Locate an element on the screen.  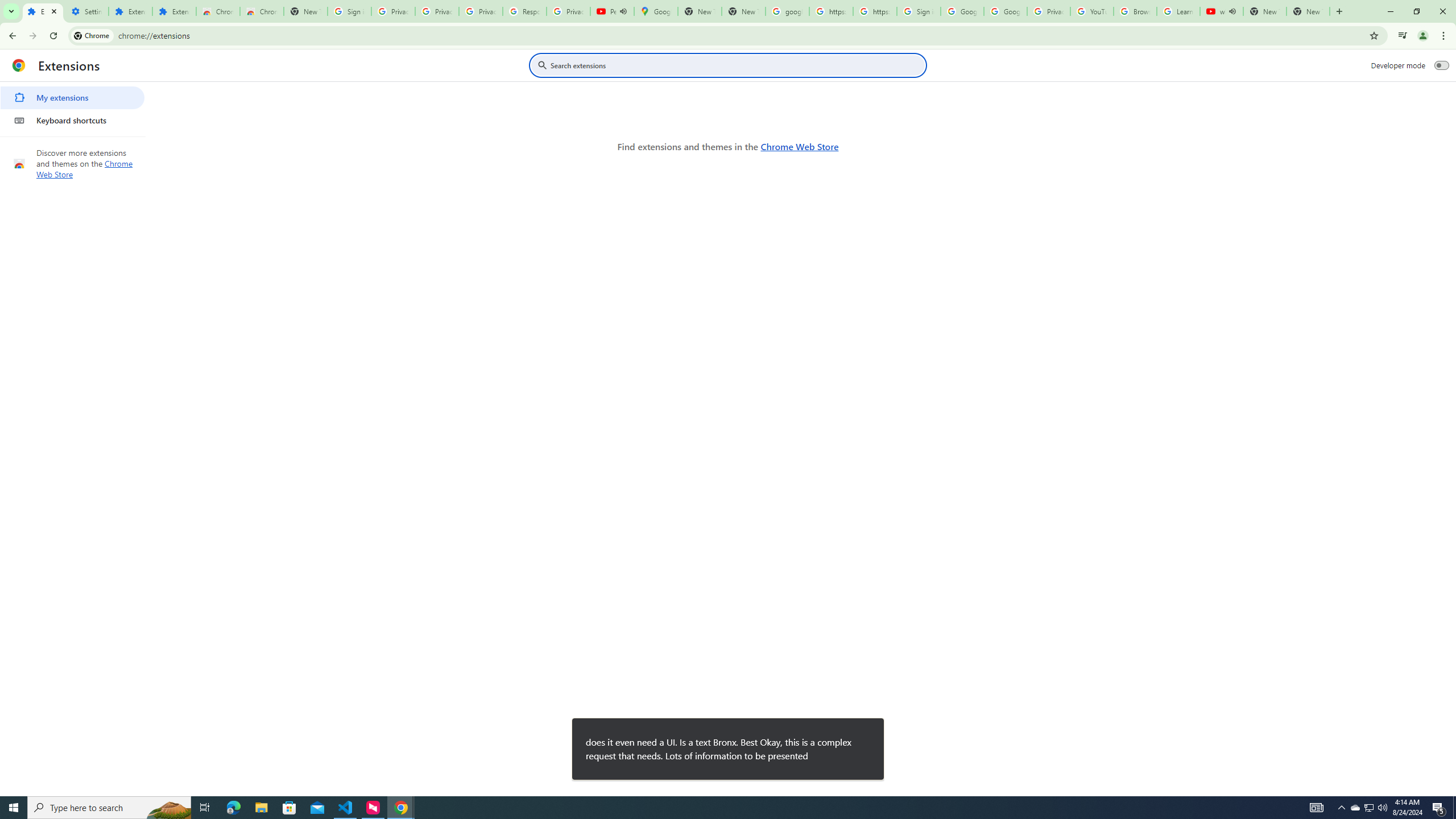
'Sign in - Google Accounts' is located at coordinates (918, 11).